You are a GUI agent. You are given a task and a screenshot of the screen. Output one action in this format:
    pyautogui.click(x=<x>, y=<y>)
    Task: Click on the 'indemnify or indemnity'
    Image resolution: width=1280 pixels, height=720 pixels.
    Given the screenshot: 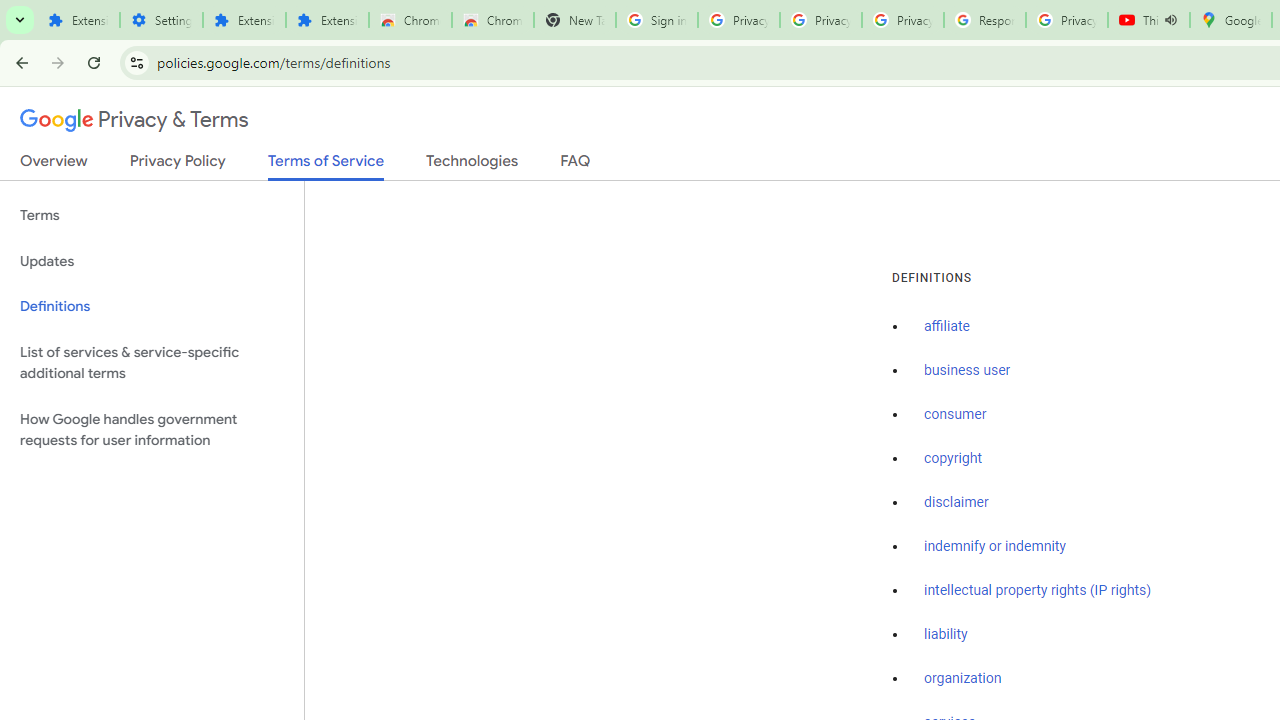 What is the action you would take?
    pyautogui.click(x=995, y=546)
    